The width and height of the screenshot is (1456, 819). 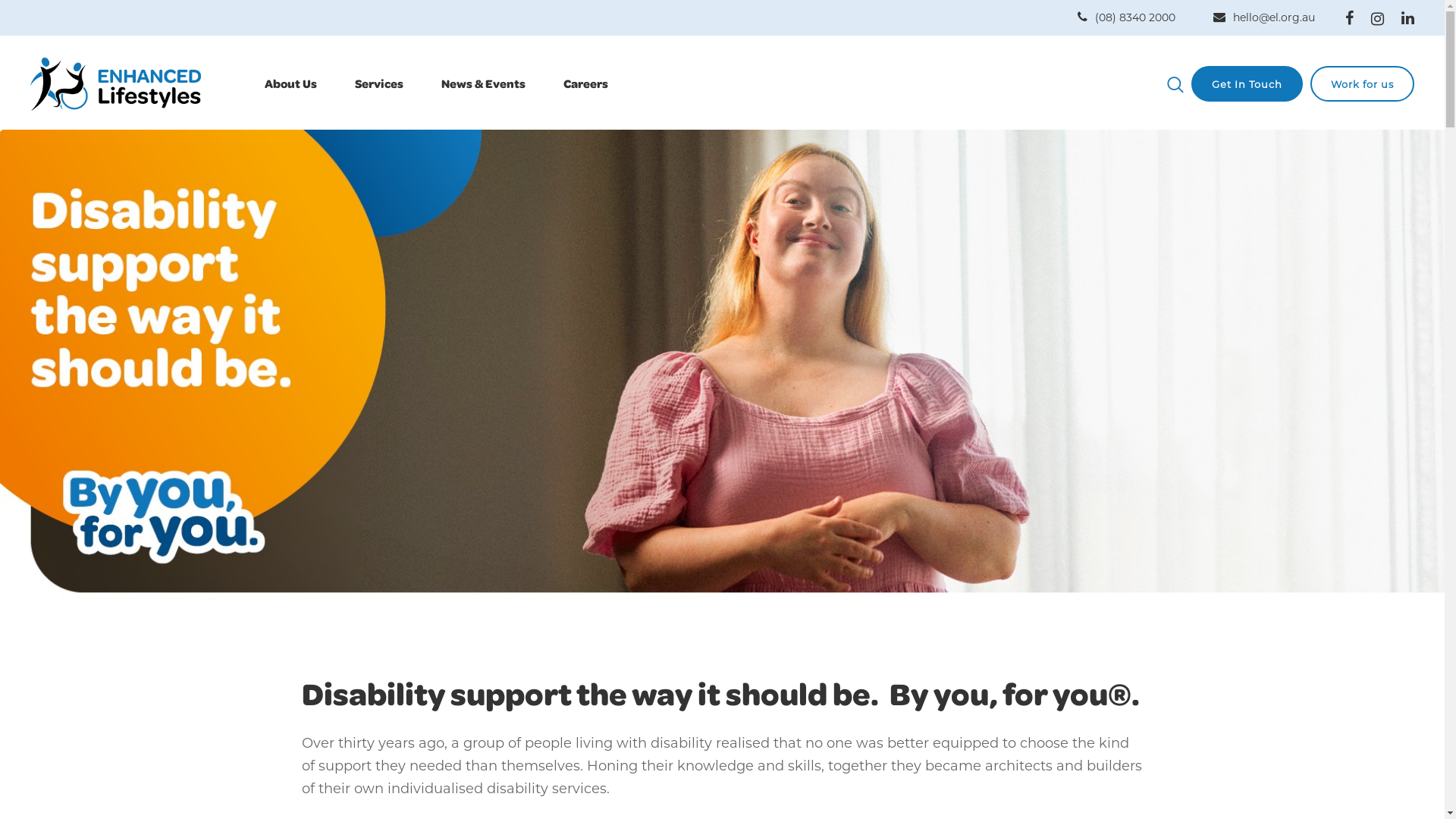 I want to click on 'Get In Touch', so click(x=1247, y=83).